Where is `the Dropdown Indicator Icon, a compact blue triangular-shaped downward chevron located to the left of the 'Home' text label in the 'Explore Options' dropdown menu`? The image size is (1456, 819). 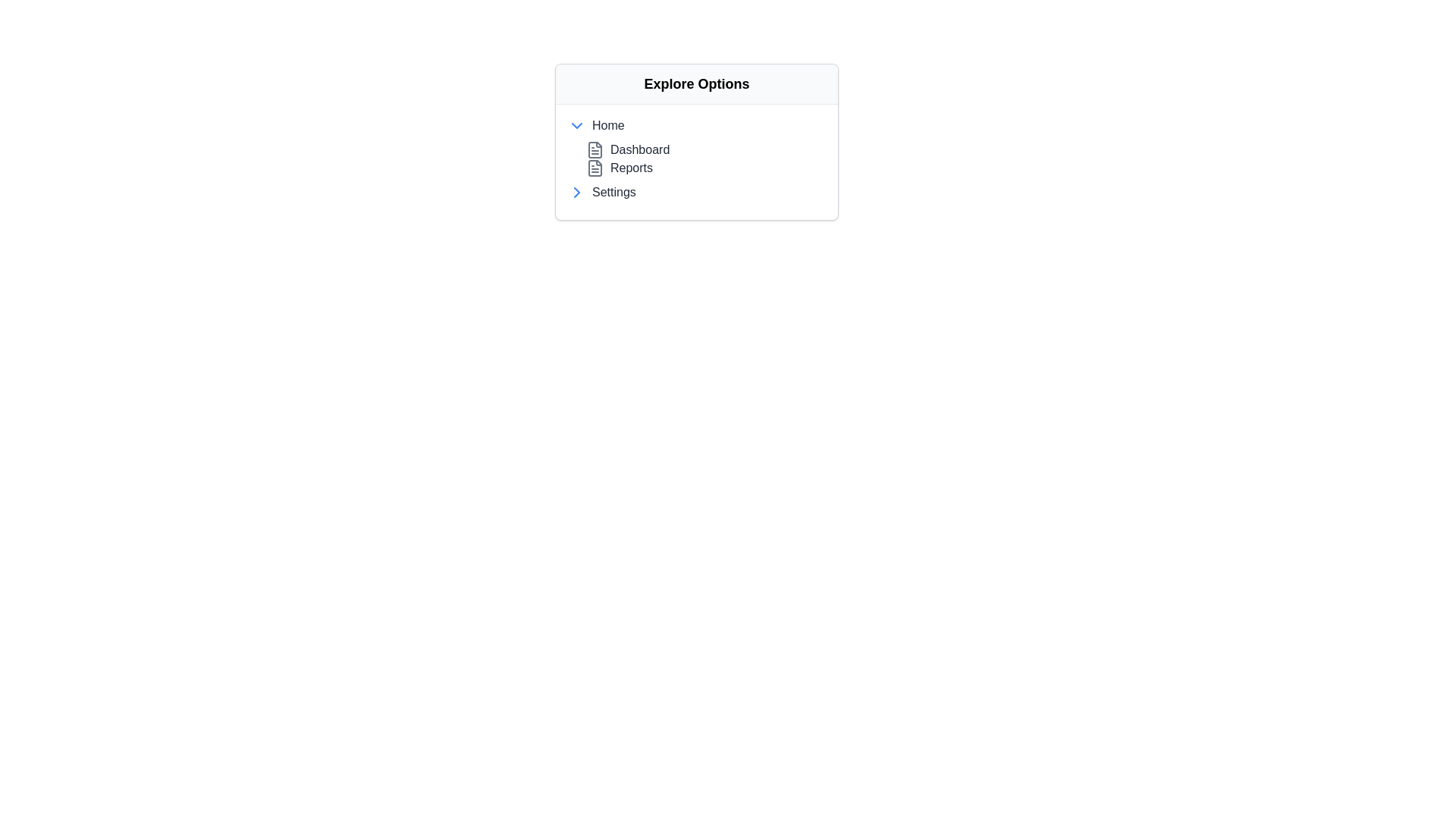 the Dropdown Indicator Icon, a compact blue triangular-shaped downward chevron located to the left of the 'Home' text label in the 'Explore Options' dropdown menu is located at coordinates (576, 124).